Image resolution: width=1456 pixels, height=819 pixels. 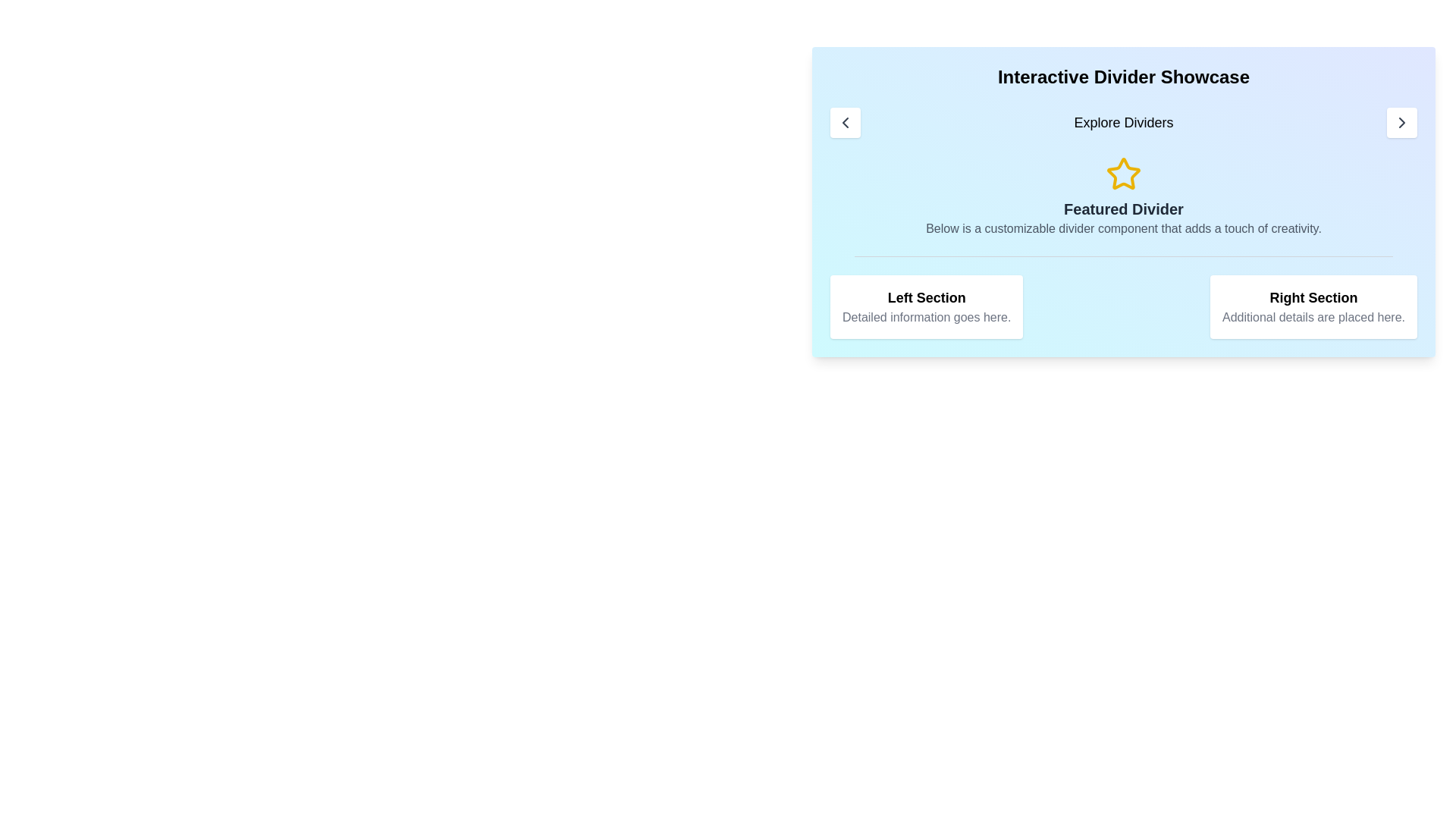 I want to click on the left navigation button located at the far left of the header section, so click(x=844, y=122).